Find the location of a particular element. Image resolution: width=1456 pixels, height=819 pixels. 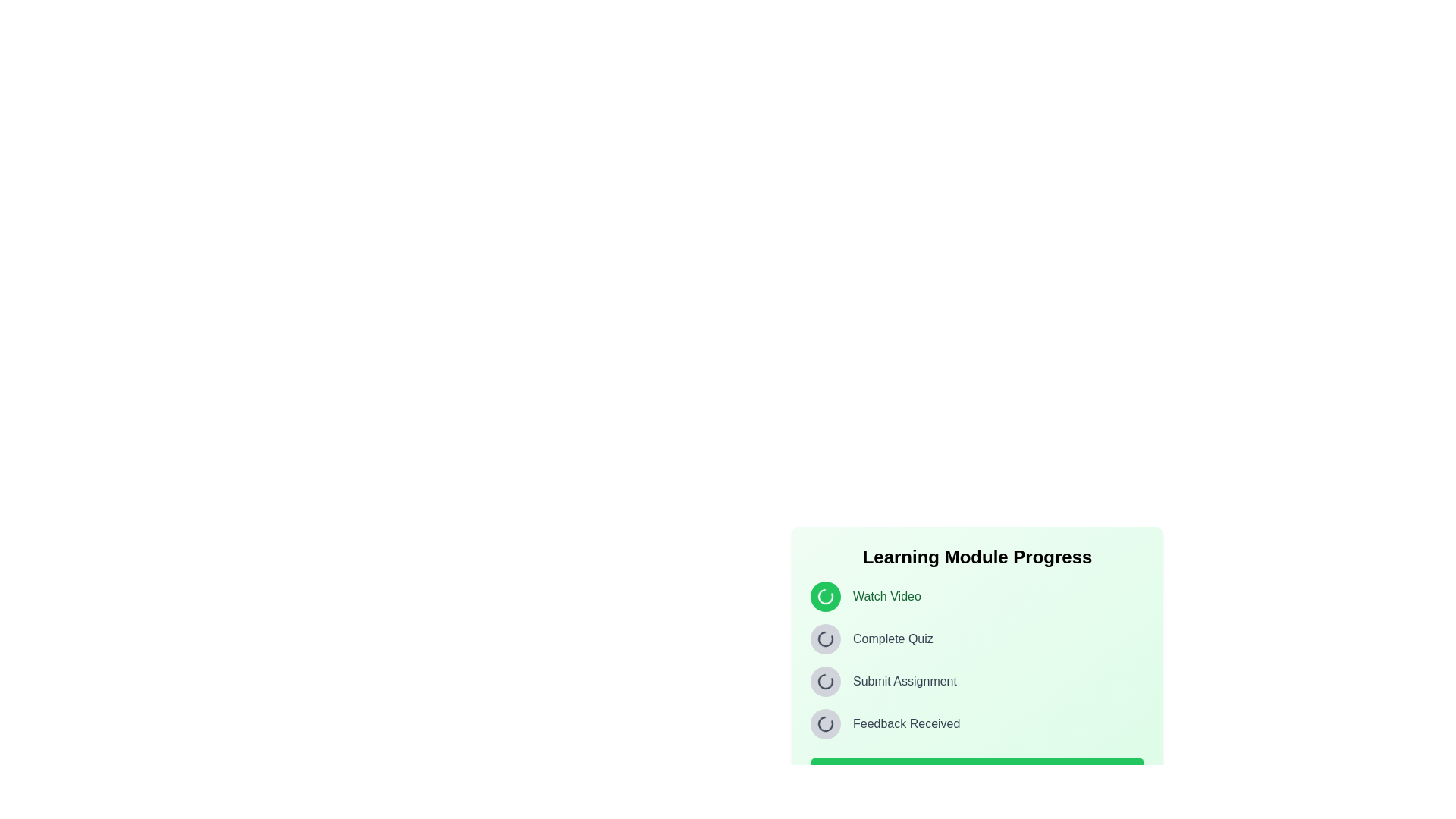

the Text label that displays the status 'Feedback Received' in the progress tracking interface is located at coordinates (906, 723).